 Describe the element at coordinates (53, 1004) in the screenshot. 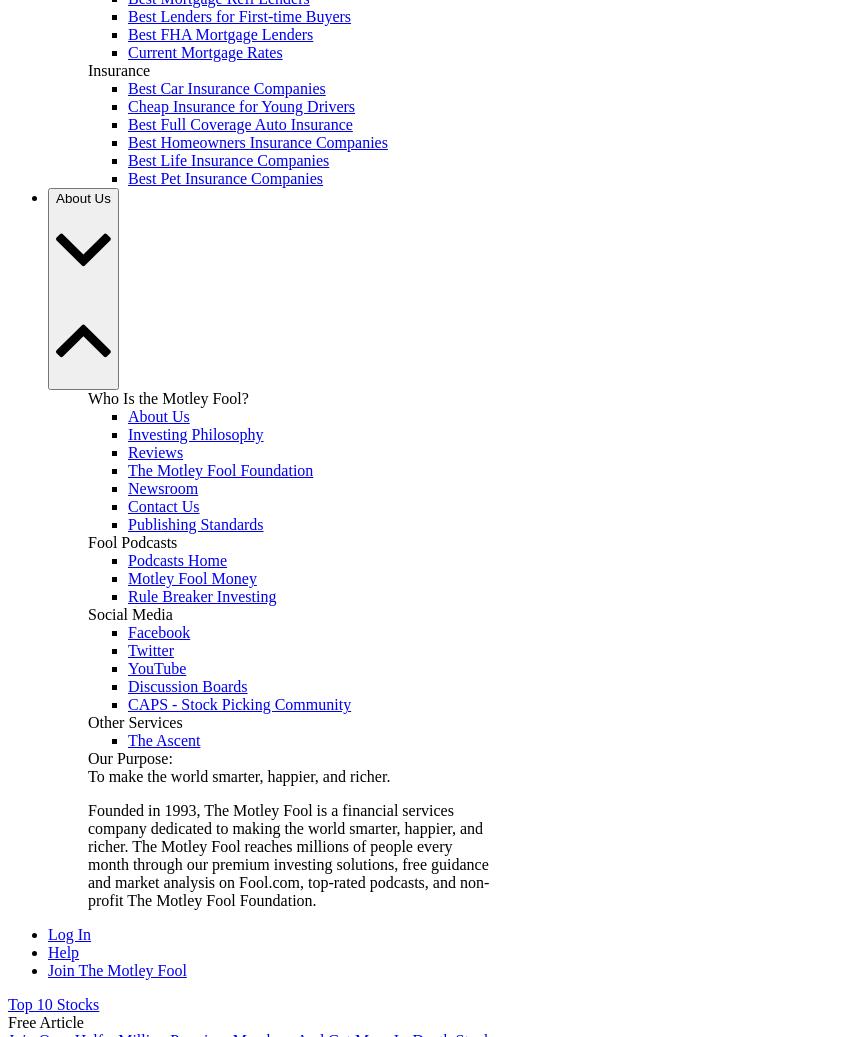

I see `'Top 10 Stocks'` at that location.